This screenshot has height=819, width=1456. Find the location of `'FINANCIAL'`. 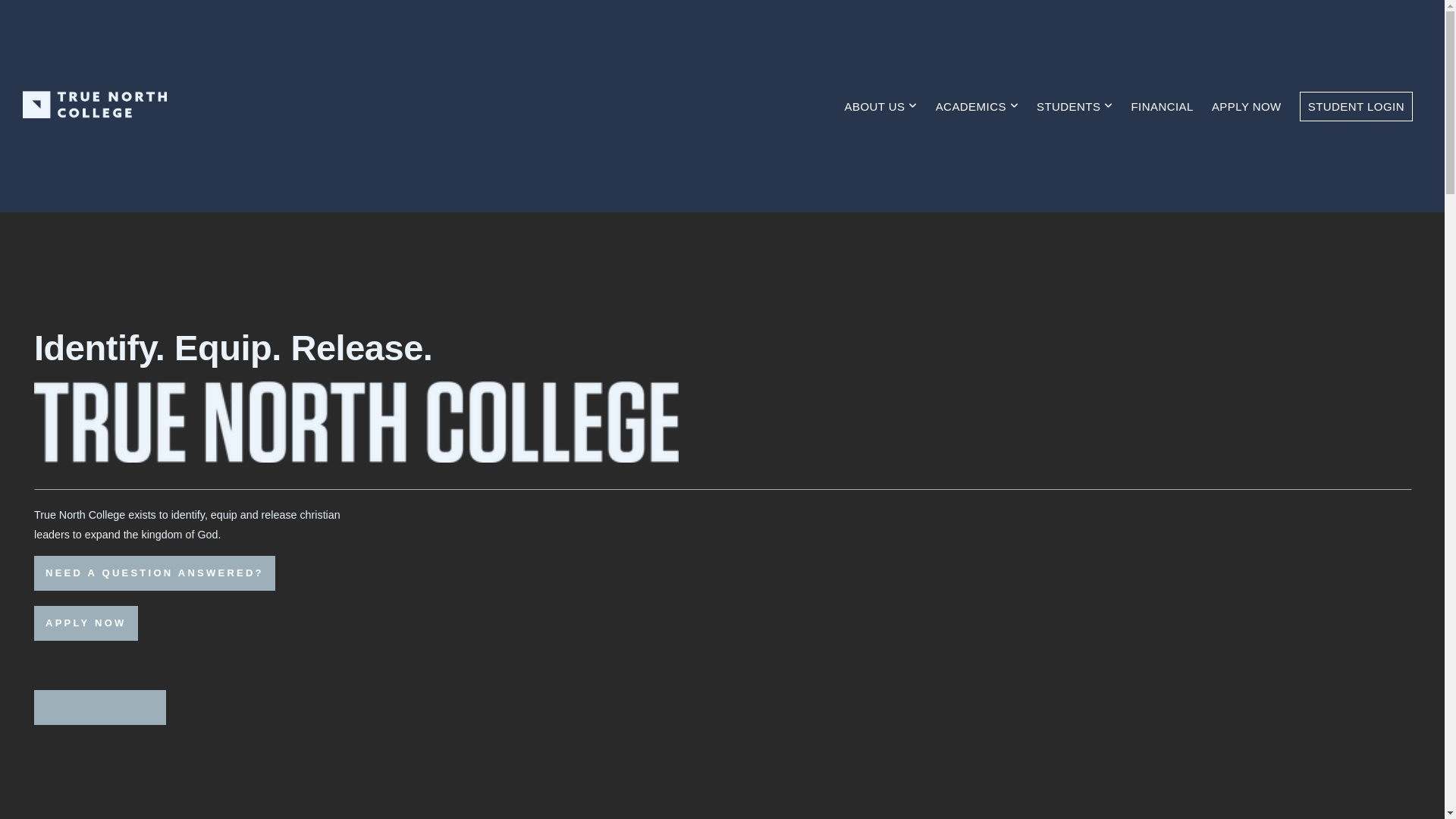

'FINANCIAL' is located at coordinates (1123, 105).